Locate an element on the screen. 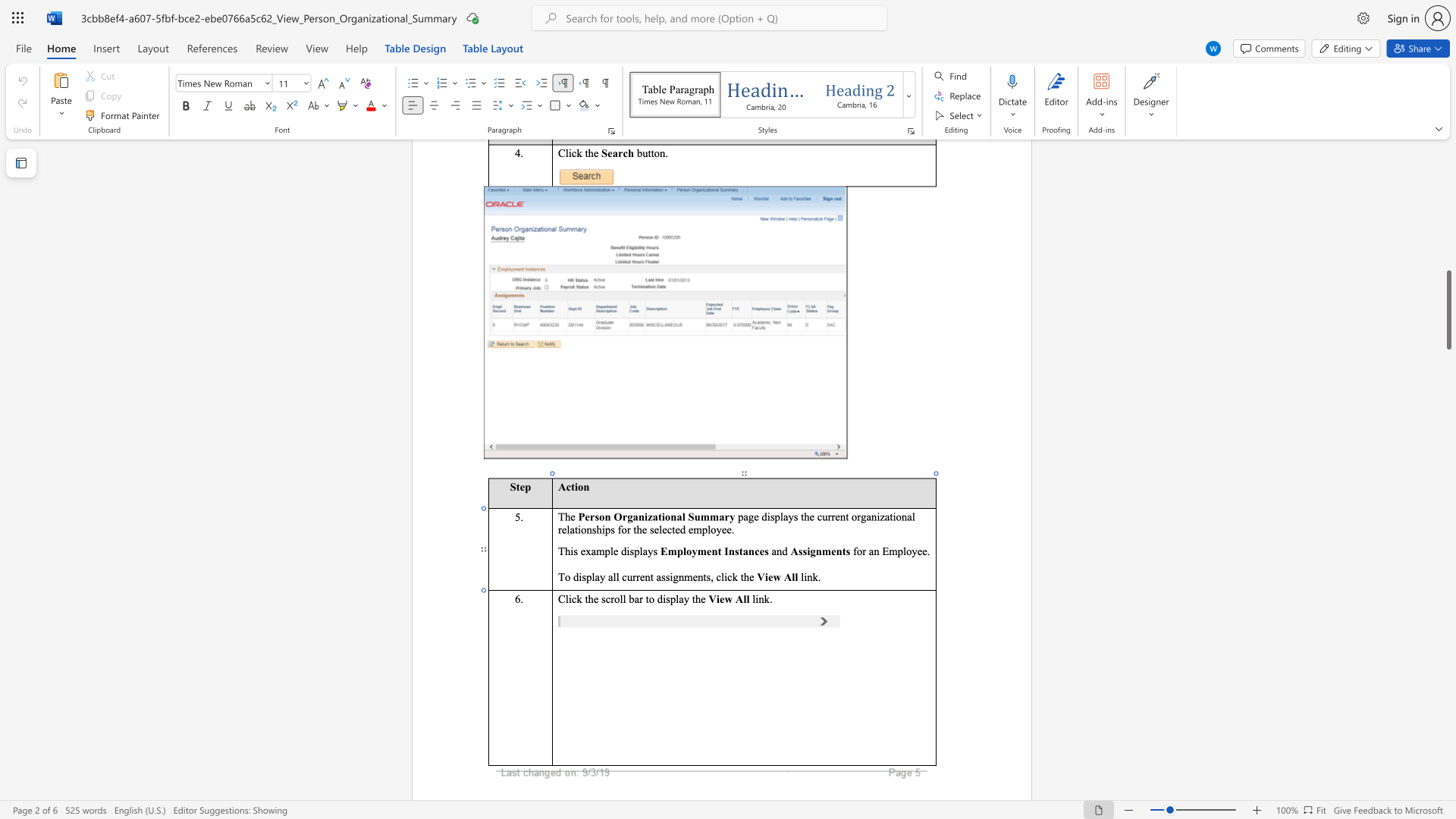 This screenshot has height=819, width=1456. the space between the continuous character "d" and "i" in the text is located at coordinates (662, 598).